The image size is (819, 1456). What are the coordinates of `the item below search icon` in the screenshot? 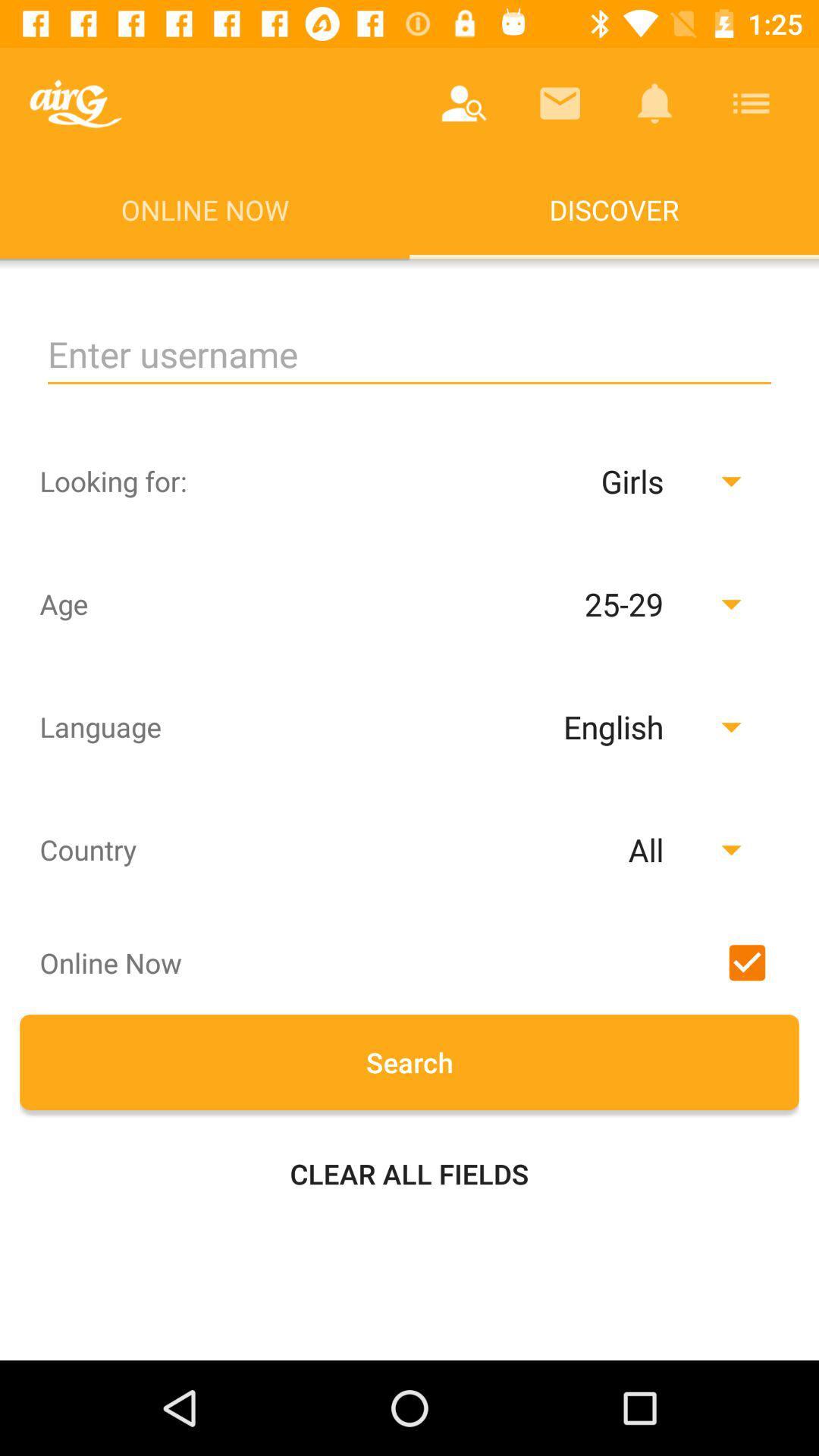 It's located at (409, 1173).